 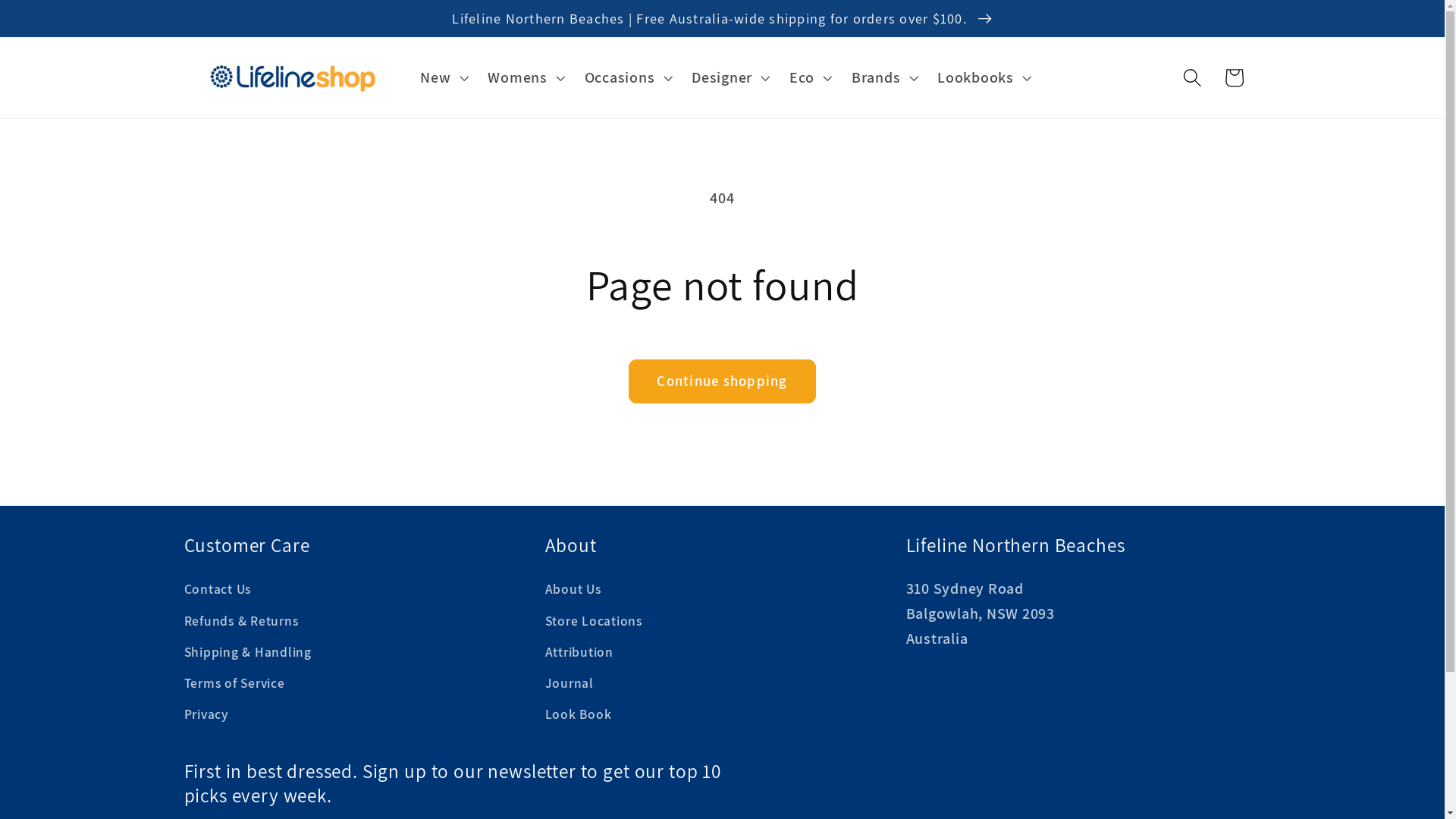 What do you see at coordinates (571, 591) in the screenshot?
I see `'About Us'` at bounding box center [571, 591].